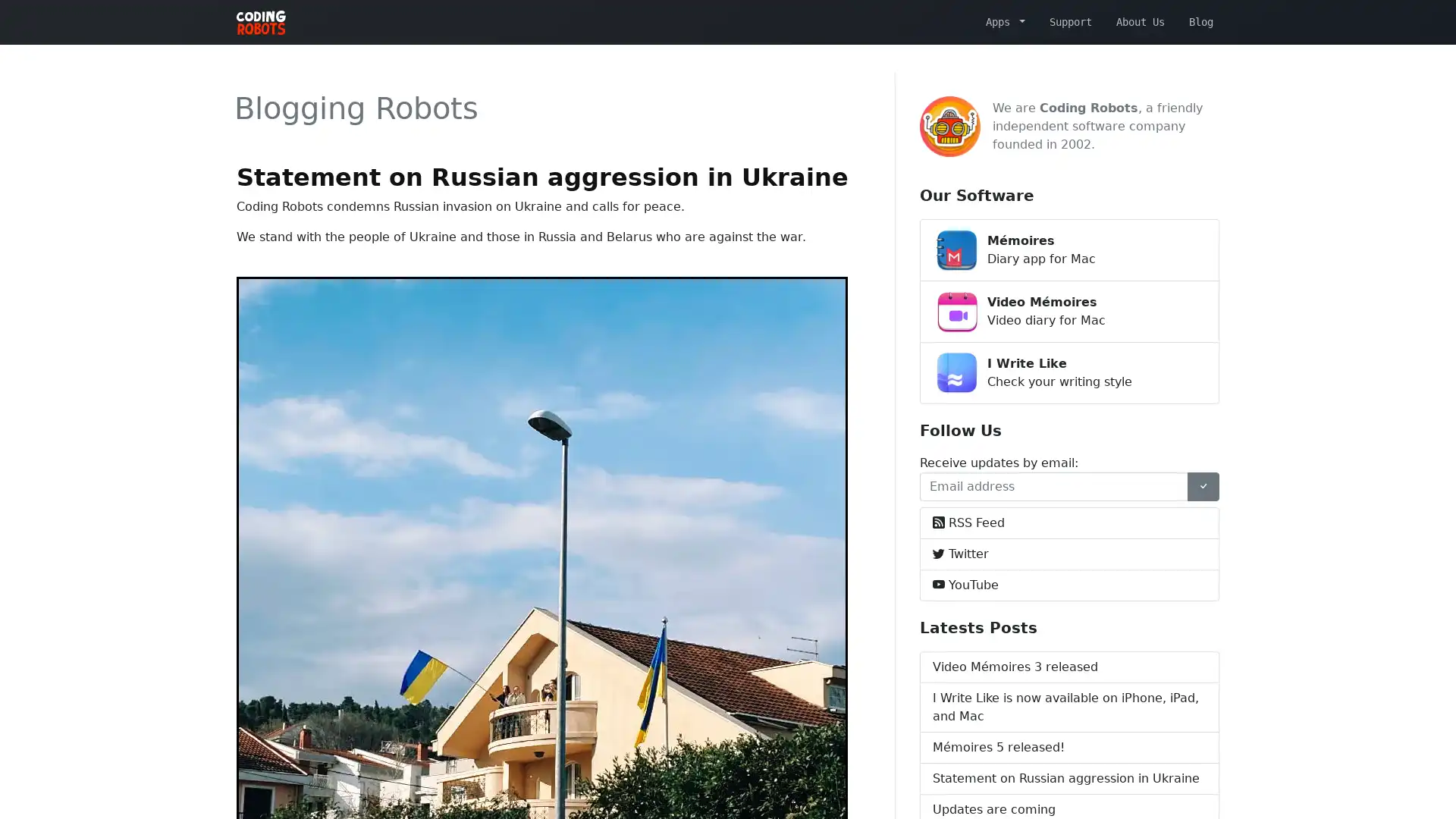 Image resolution: width=1456 pixels, height=819 pixels. What do you see at coordinates (1203, 485) in the screenshot?
I see `Subscribe` at bounding box center [1203, 485].